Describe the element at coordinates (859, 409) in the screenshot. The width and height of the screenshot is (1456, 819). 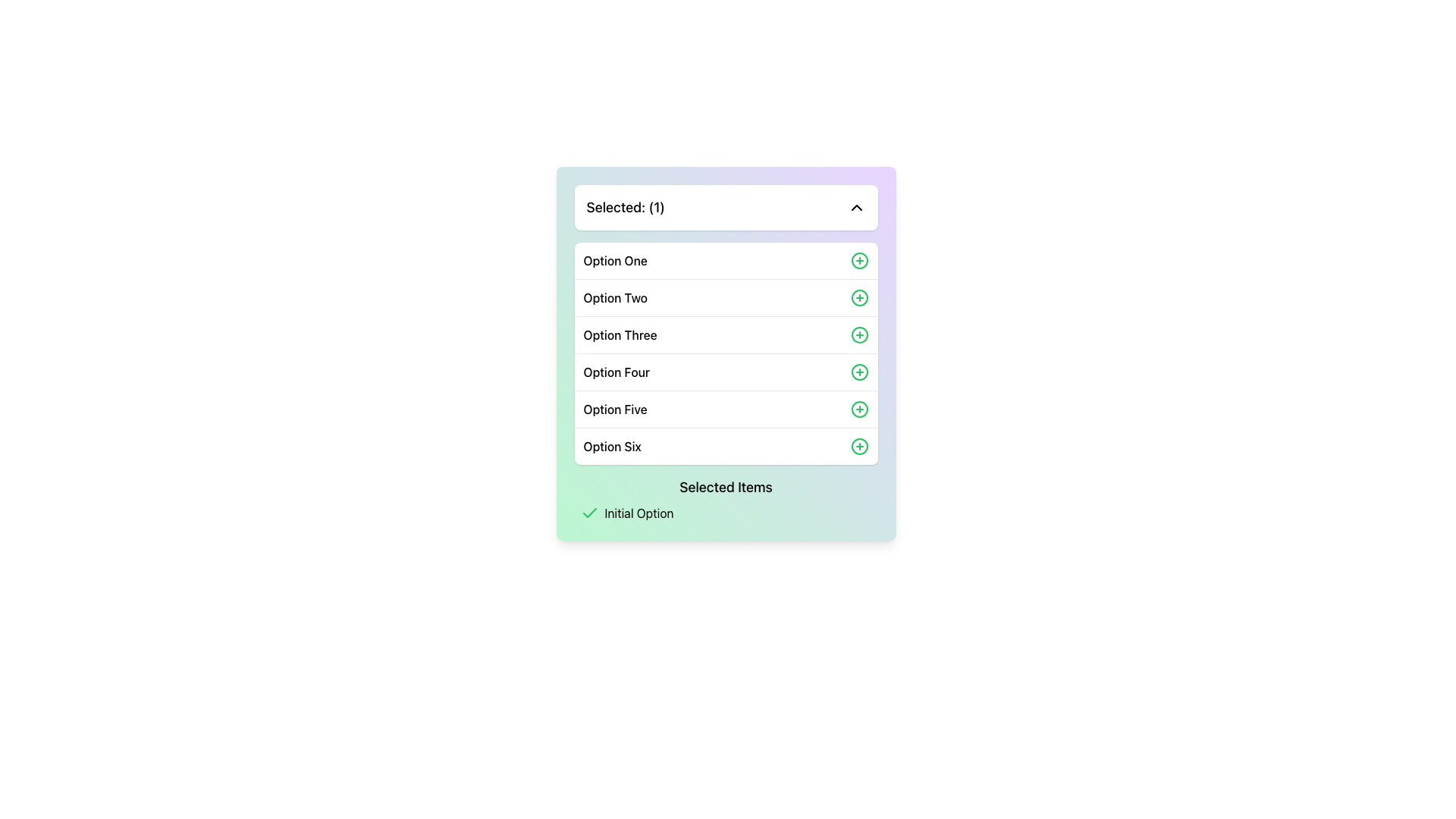
I see `the icon button` at that location.